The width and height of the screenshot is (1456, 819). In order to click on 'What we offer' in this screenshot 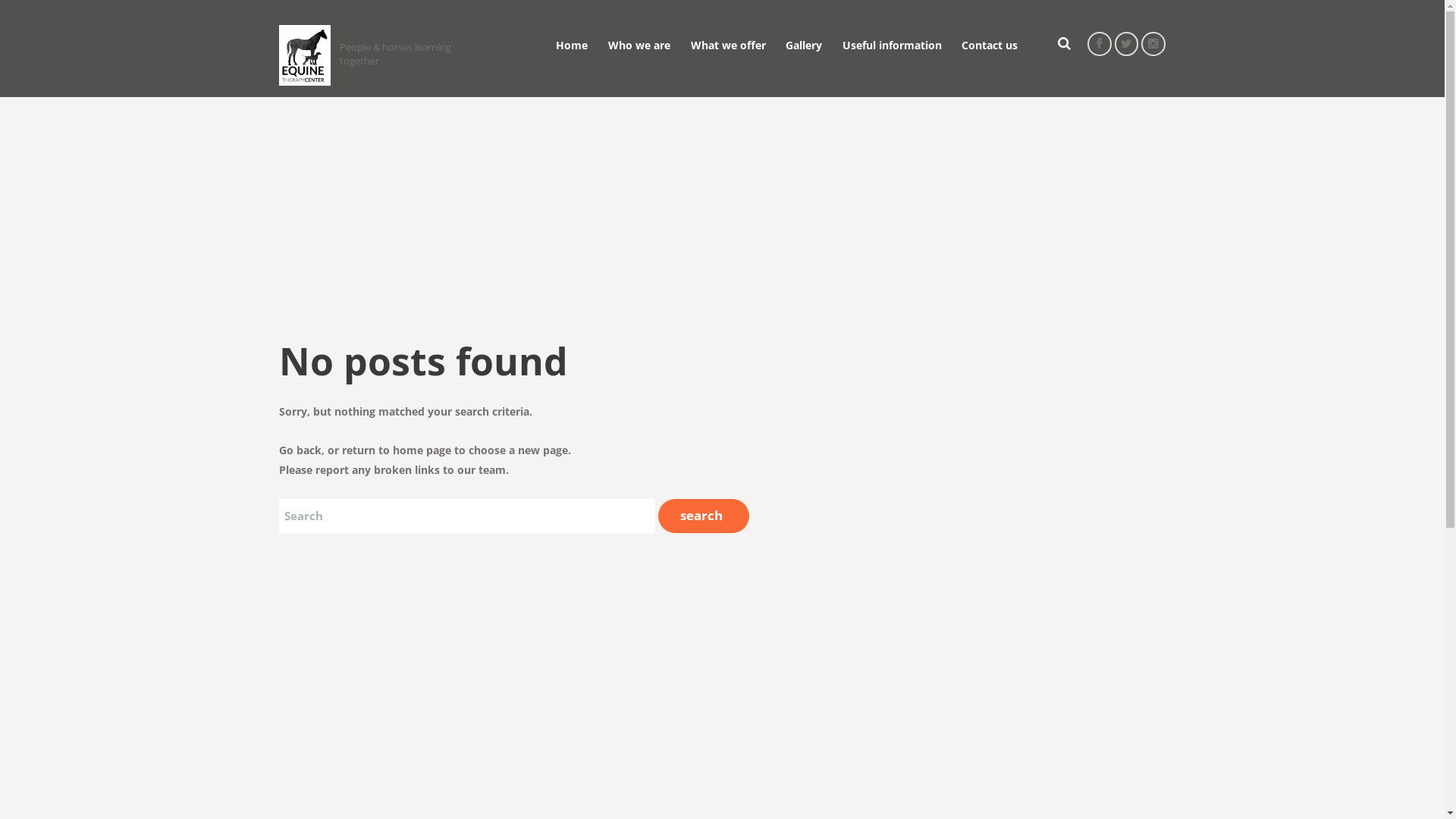, I will do `click(726, 43)`.